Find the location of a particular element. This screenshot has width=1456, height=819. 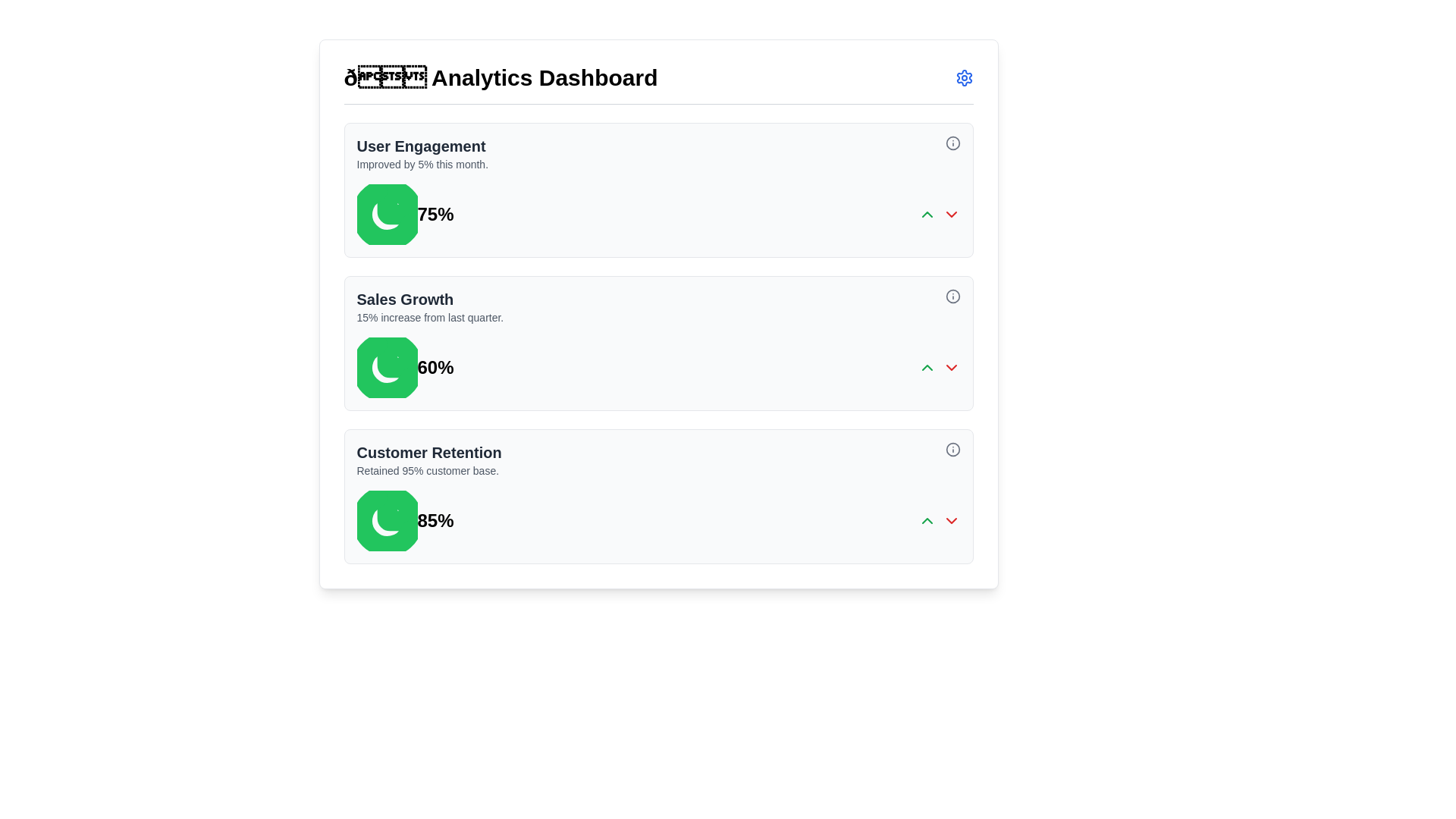

percentage value displayed in the text label located near the bottom section of the third card, to the right of the green octagonal icon with a crescent is located at coordinates (435, 519).